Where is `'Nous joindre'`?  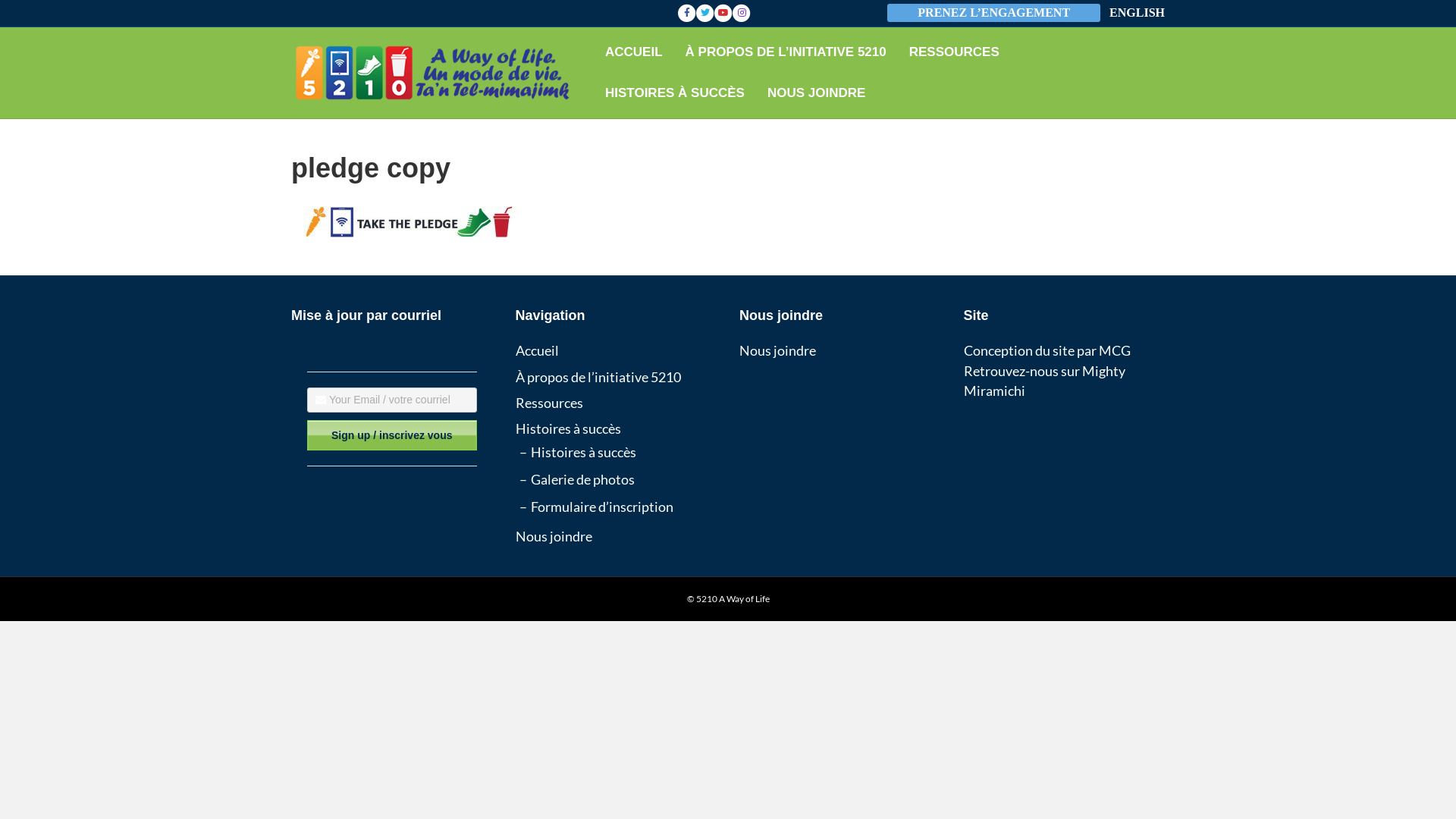 'Nous joindre' is located at coordinates (777, 350).